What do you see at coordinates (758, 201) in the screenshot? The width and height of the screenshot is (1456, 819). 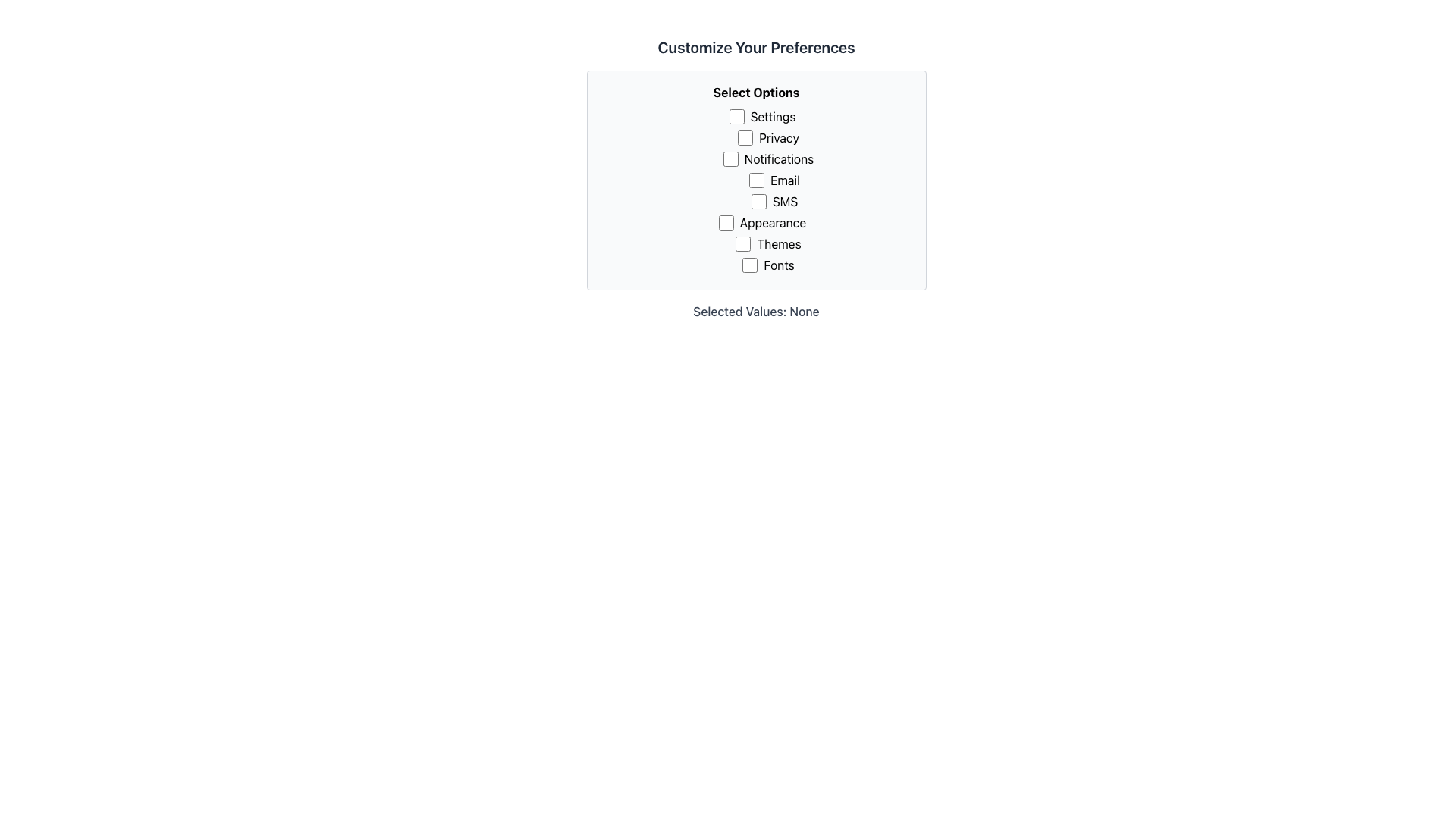 I see `the blue-themed checkbox next to the text 'SMS' under the 'Notifications' category in the 'Customize Your Preferences' form` at bounding box center [758, 201].